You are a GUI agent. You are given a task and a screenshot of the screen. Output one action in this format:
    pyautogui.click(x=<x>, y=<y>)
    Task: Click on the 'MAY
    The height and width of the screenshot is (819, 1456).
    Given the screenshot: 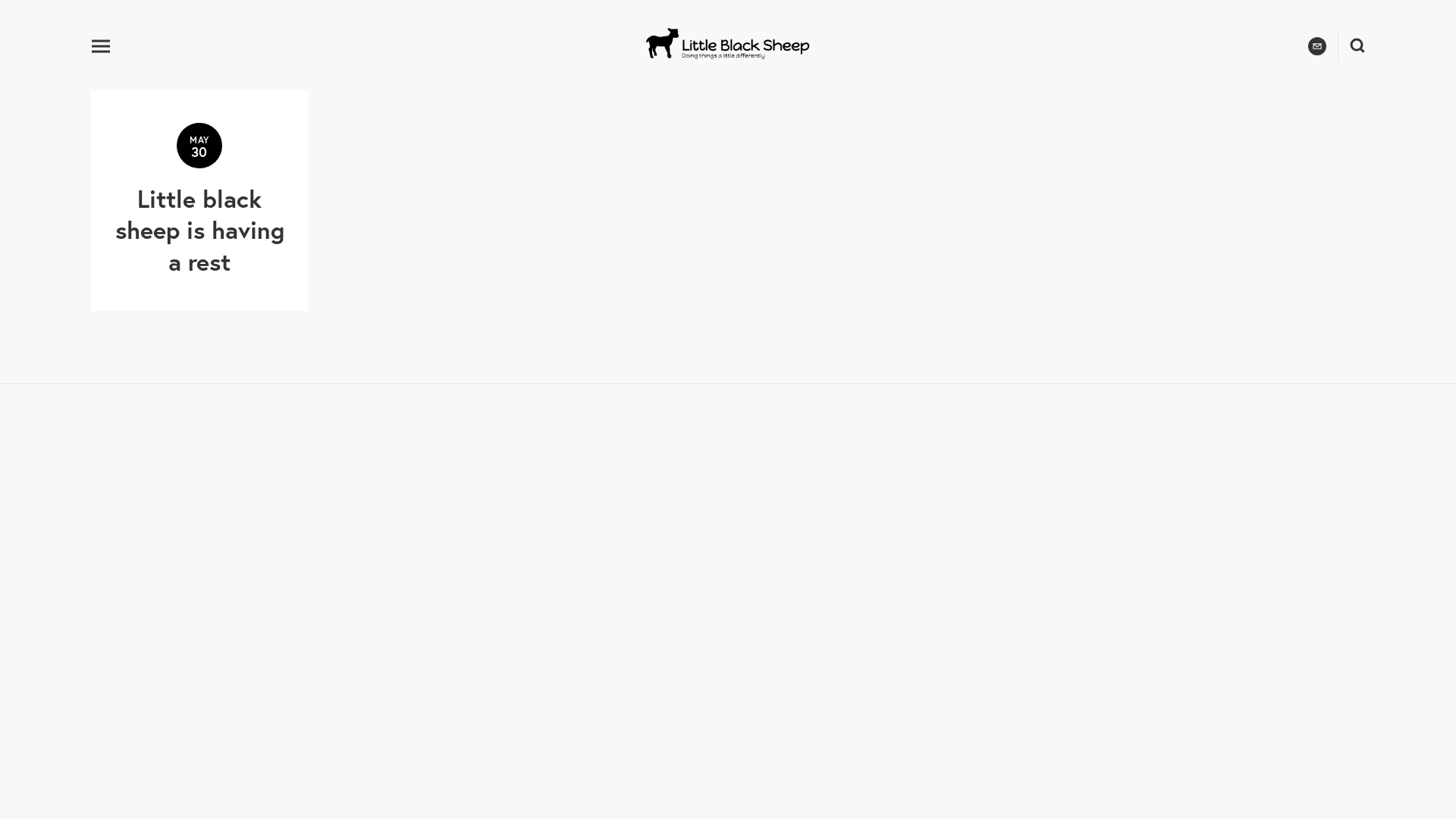 What is the action you would take?
    pyautogui.click(x=199, y=199)
    